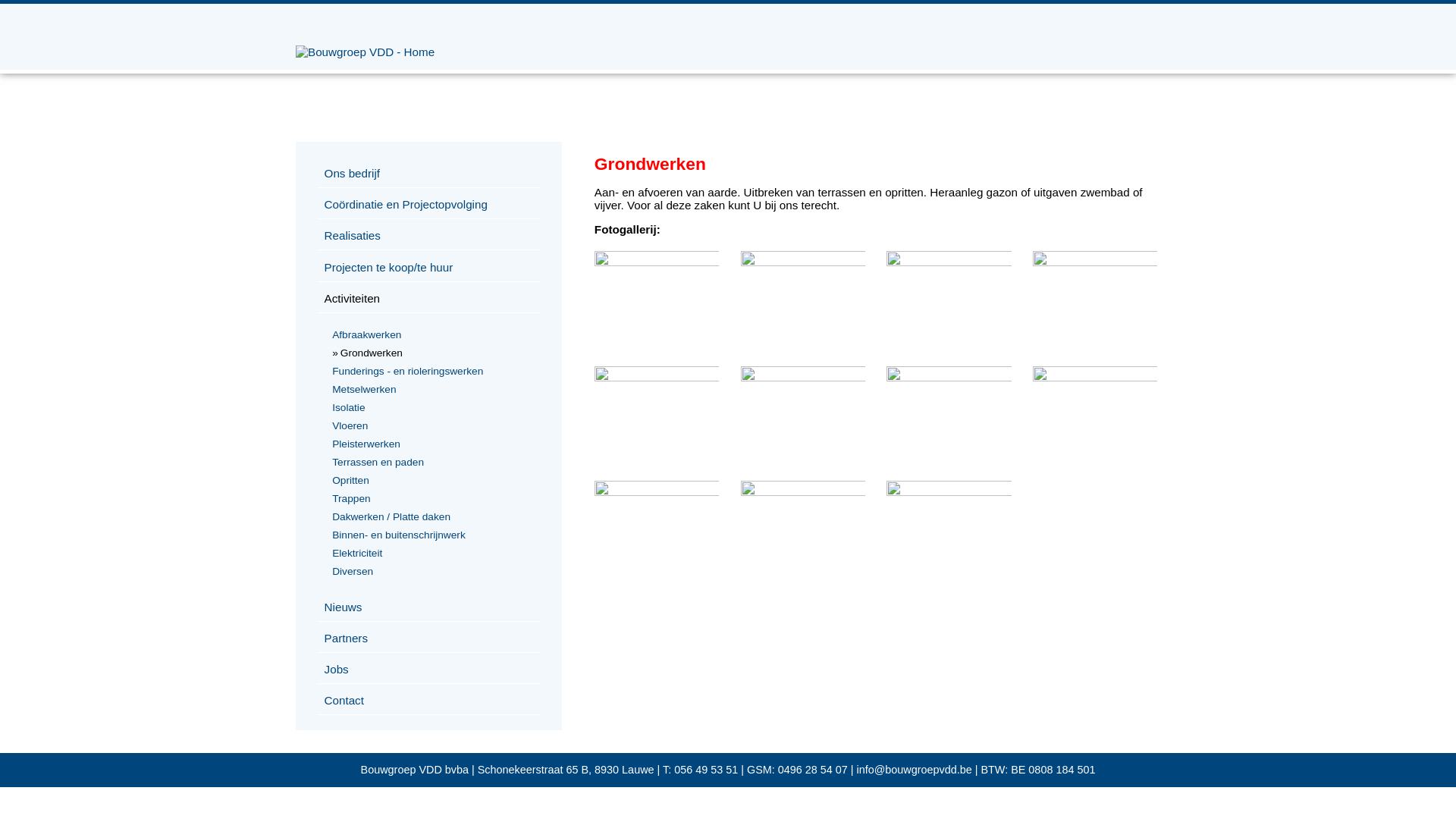 This screenshot has height=819, width=1456. Describe the element at coordinates (431, 334) in the screenshot. I see `'Afbraakwerken'` at that location.